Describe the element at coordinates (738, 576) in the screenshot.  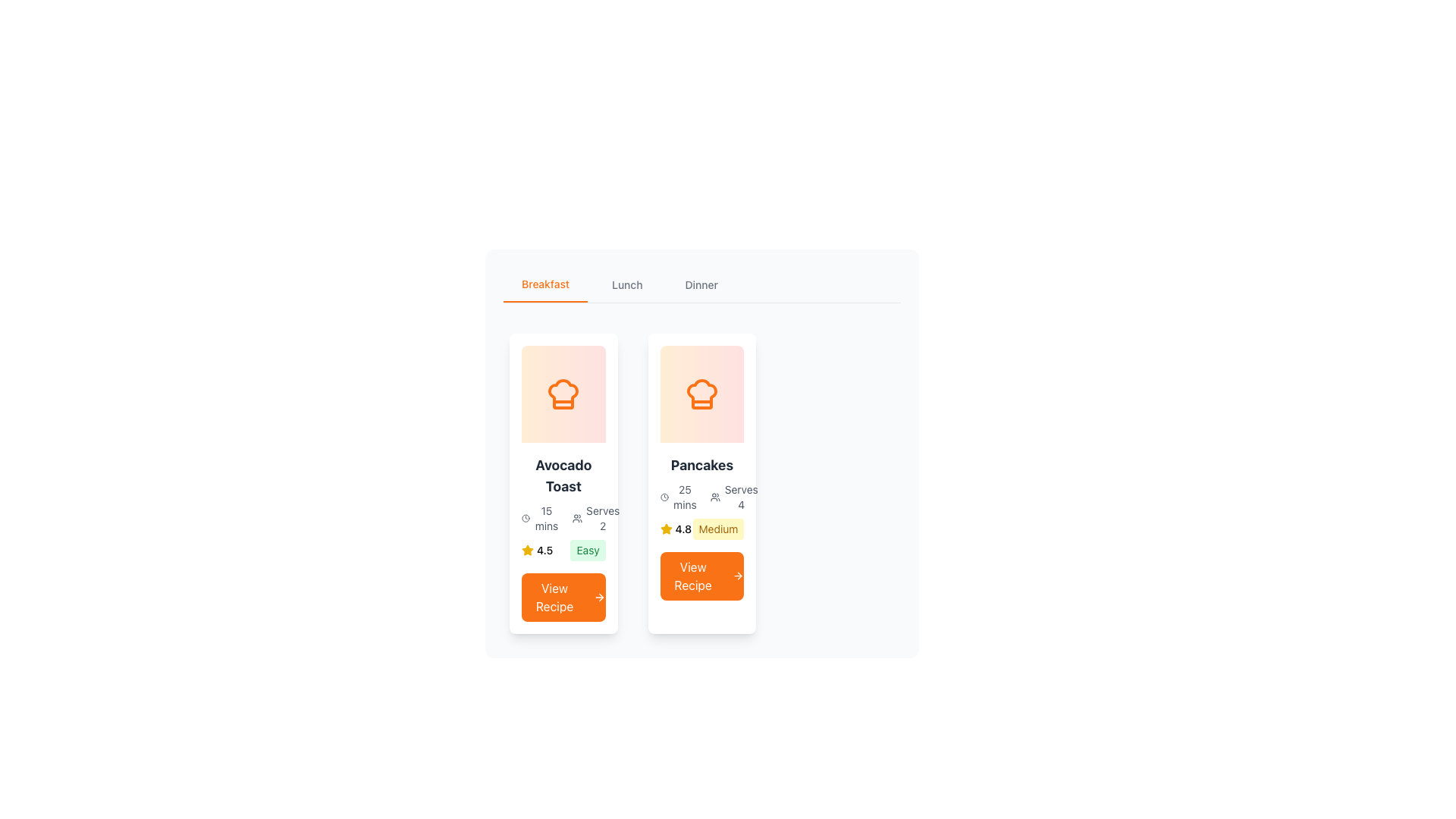
I see `the forward arrow icon located at the rightmost side of the 'View Recipe' button below the 'Pancakes' recipe card to initiate navigation` at that location.